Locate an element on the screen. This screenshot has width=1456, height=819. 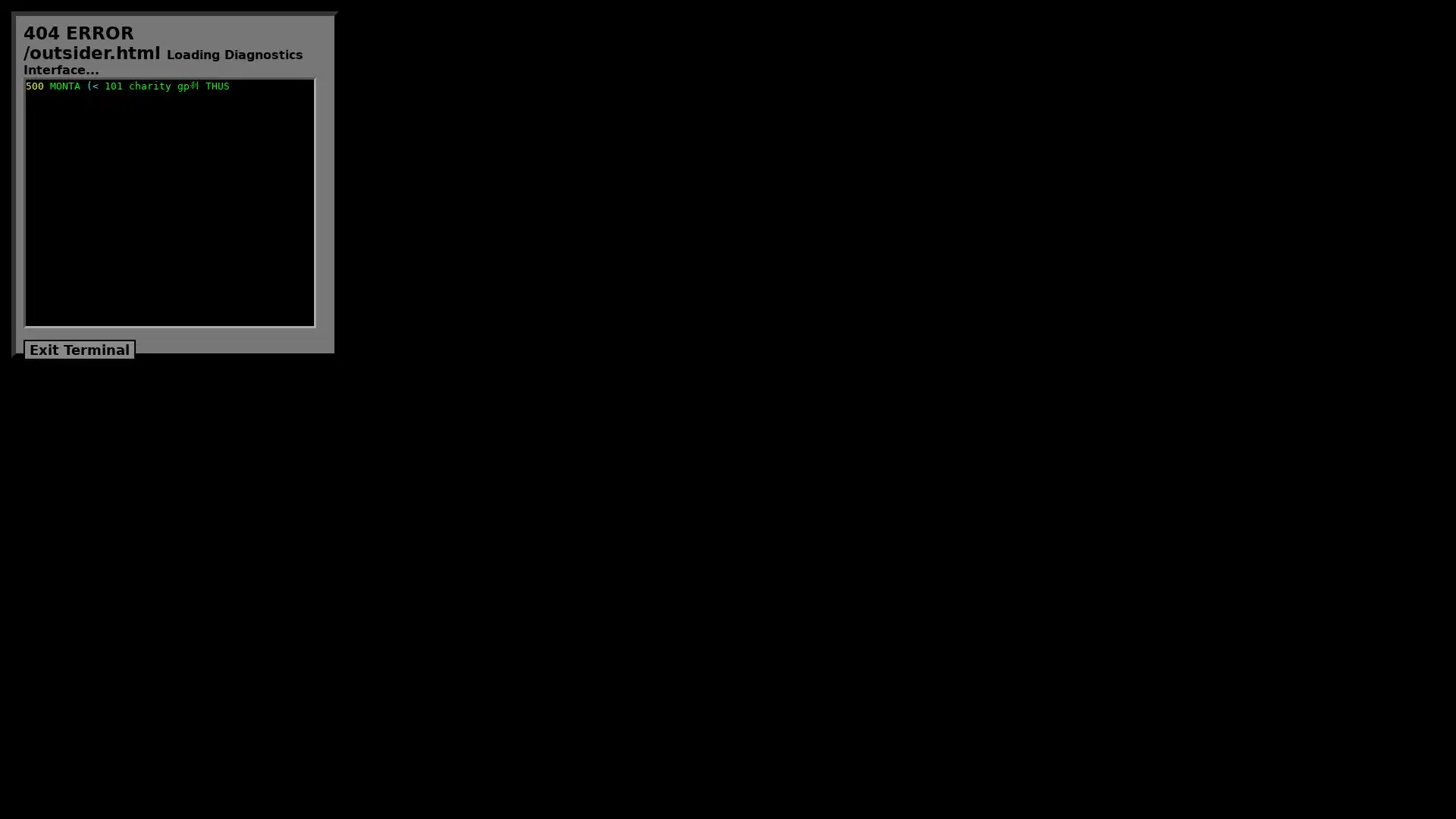
Exit Terminal is located at coordinates (79, 350).